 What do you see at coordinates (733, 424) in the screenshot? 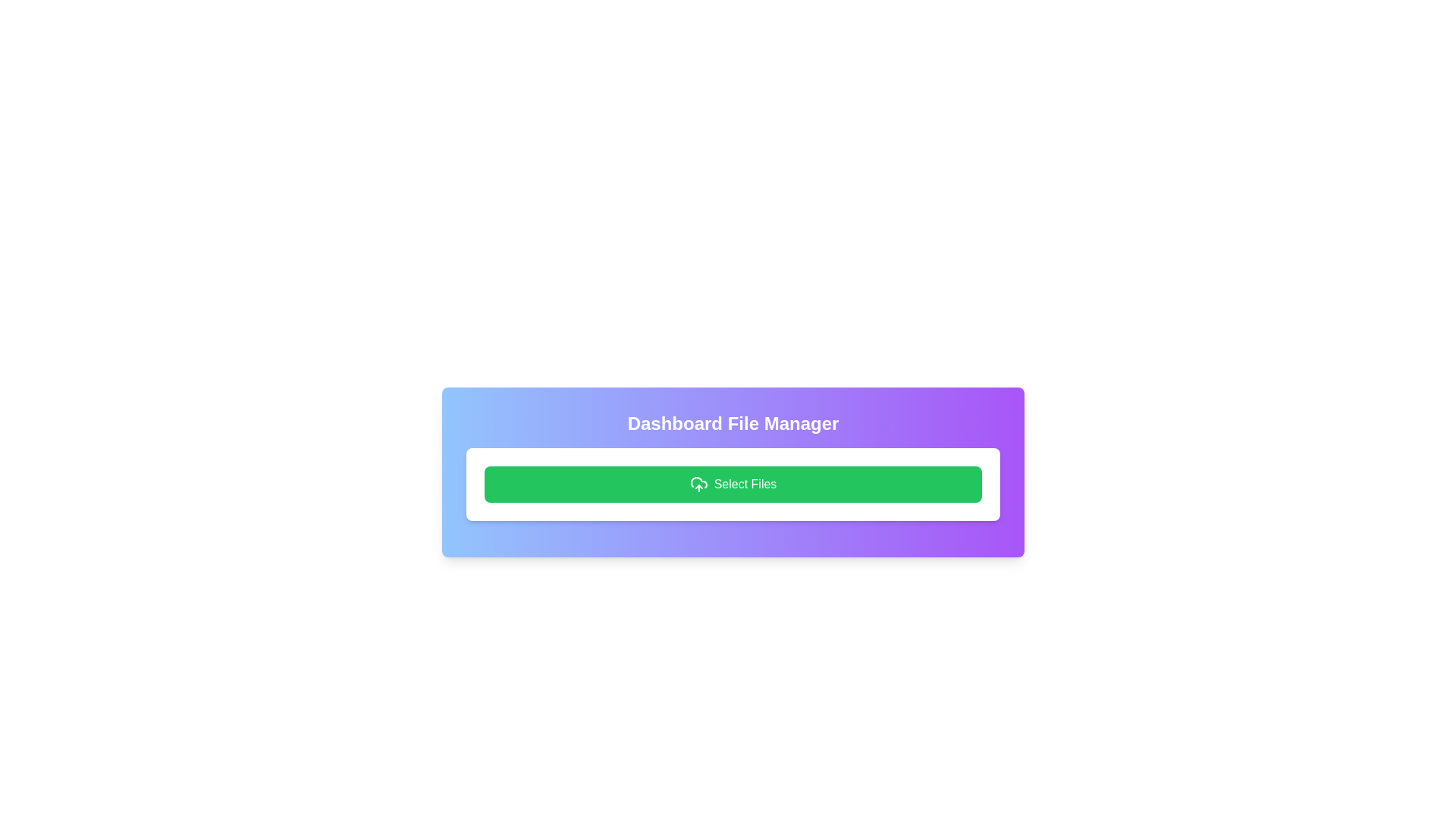
I see `the header text indicating the purpose of the page related to file management, which is positioned at the top of a section with rounded corners and a gradient background` at bounding box center [733, 424].